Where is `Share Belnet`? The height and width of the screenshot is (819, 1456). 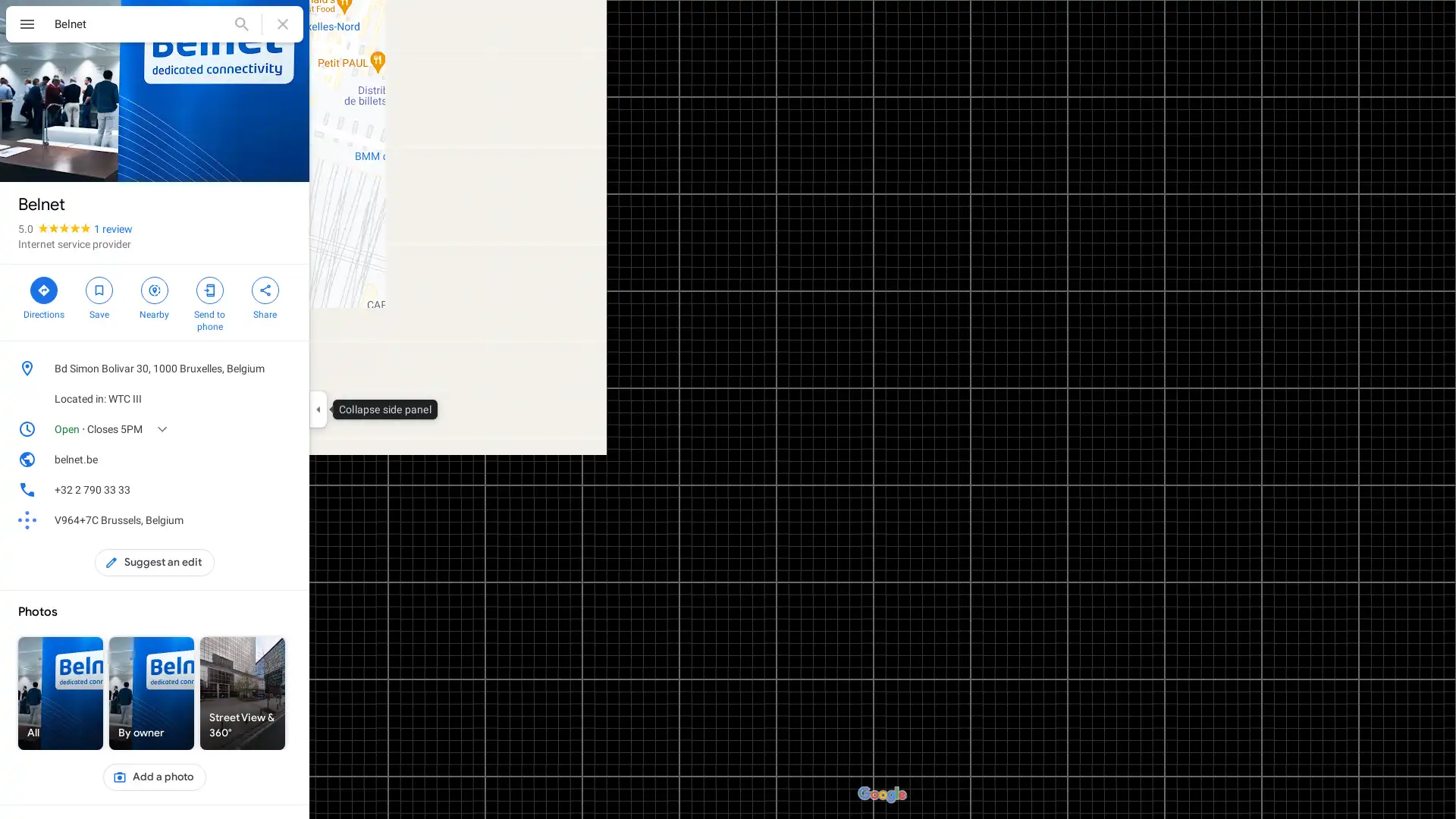
Share Belnet is located at coordinates (265, 296).